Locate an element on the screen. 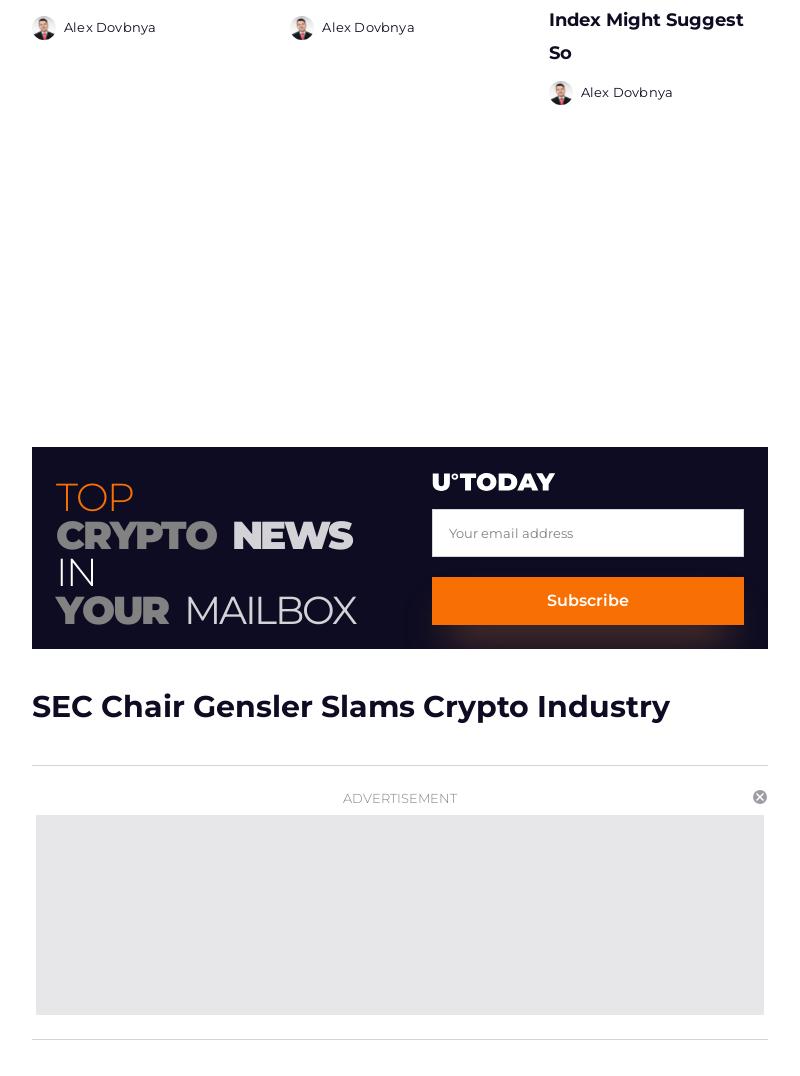  'Mailbox' is located at coordinates (269, 602).